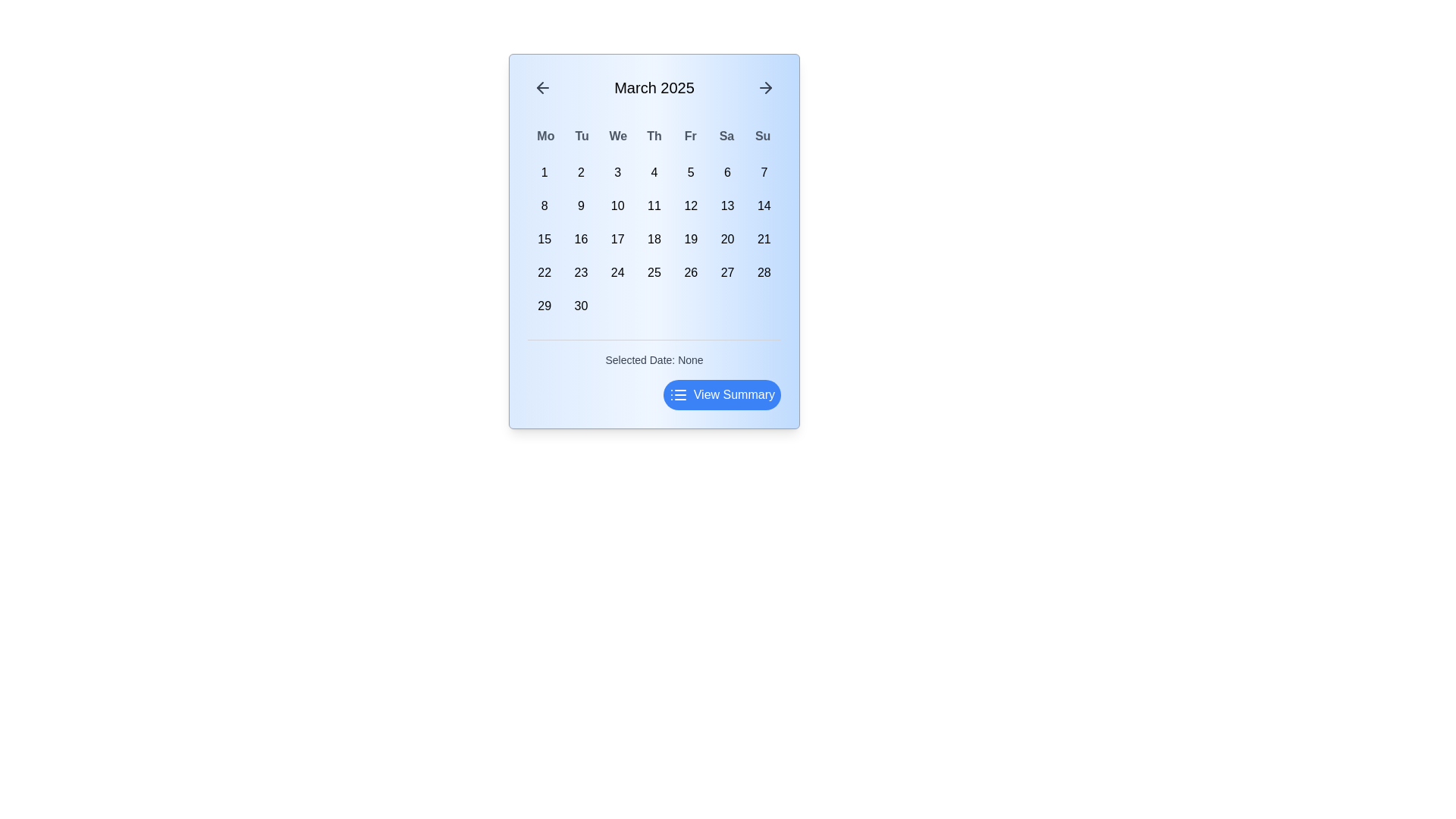 This screenshot has height=819, width=1456. Describe the element at coordinates (764, 171) in the screenshot. I see `the rounded button displaying the number '7' located in the first row under the 'Su' (Sunday) column of the calendar interface for March 2025` at that location.